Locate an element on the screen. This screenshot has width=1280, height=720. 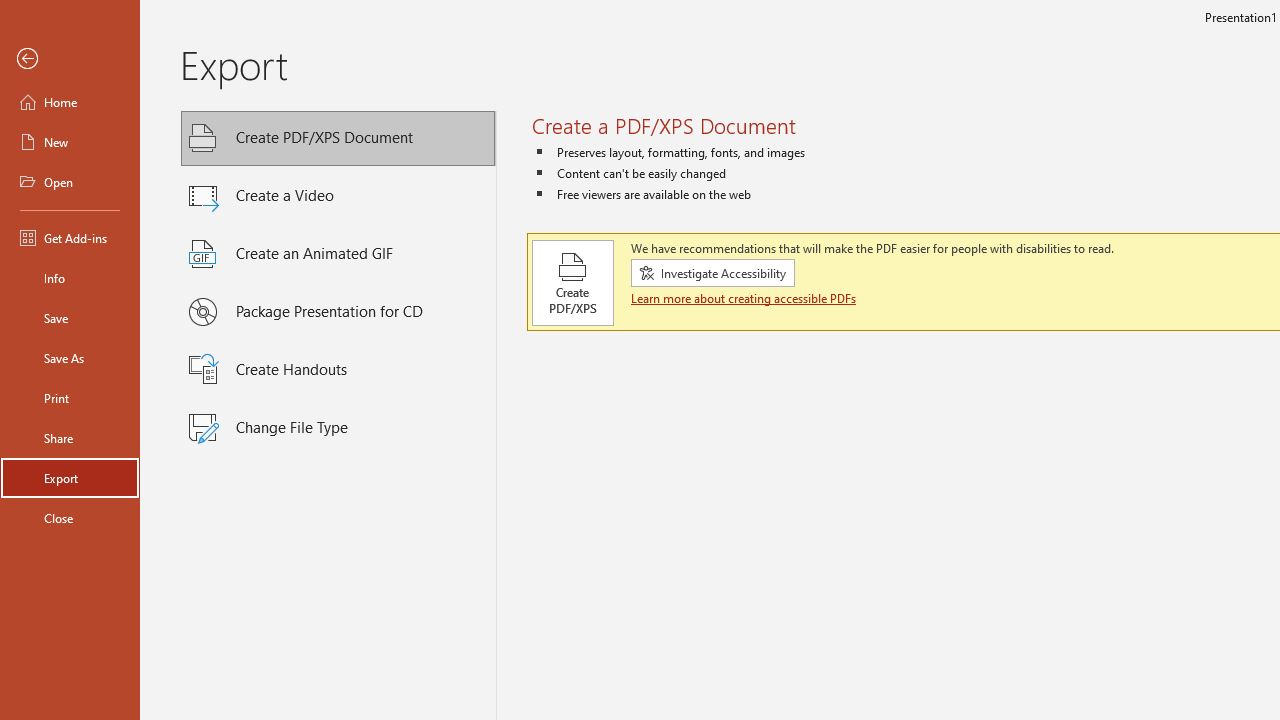
'Learn more about creating accessible PDFs' is located at coordinates (744, 298).